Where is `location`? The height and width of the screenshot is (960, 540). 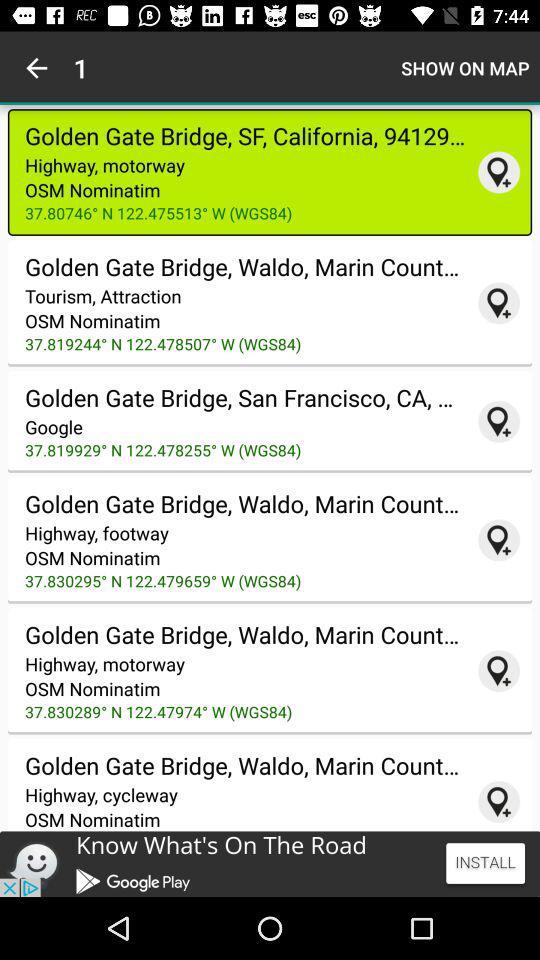 location is located at coordinates (498, 539).